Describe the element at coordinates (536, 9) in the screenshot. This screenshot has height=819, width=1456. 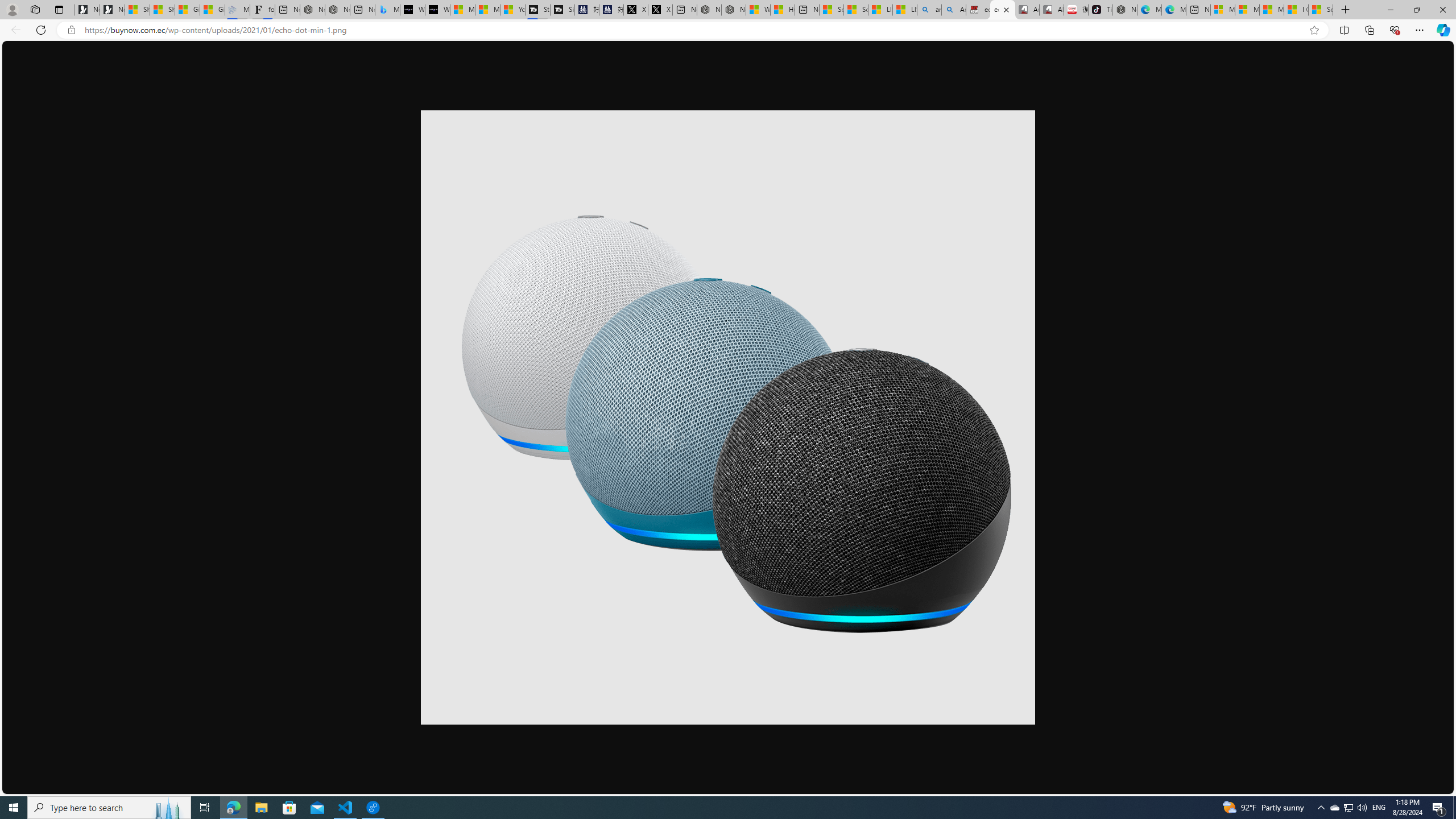
I see `'Streaming Coverage | T3'` at that location.